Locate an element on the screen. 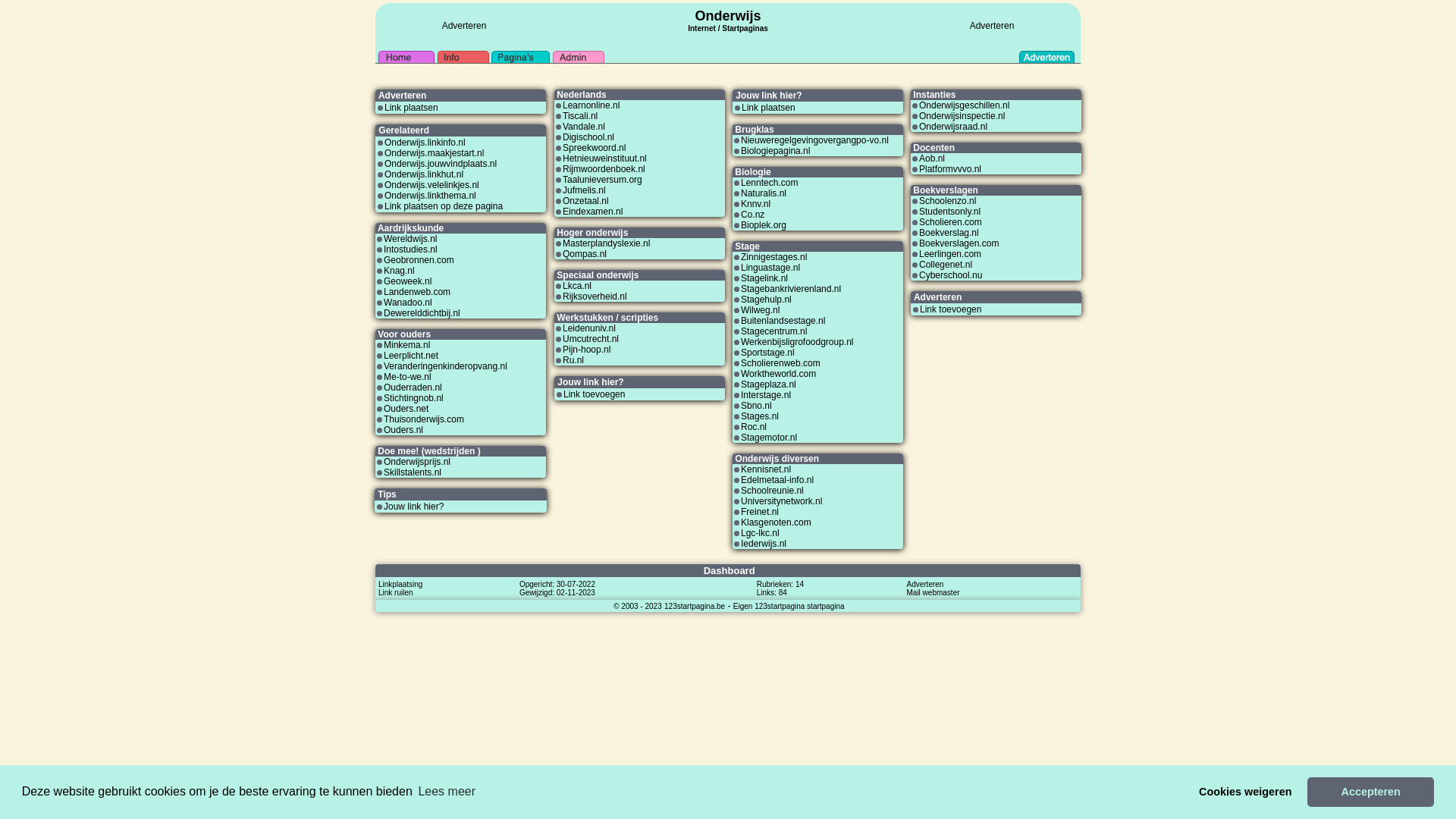 The width and height of the screenshot is (1456, 819). 'Wilweg.nl' is located at coordinates (760, 309).